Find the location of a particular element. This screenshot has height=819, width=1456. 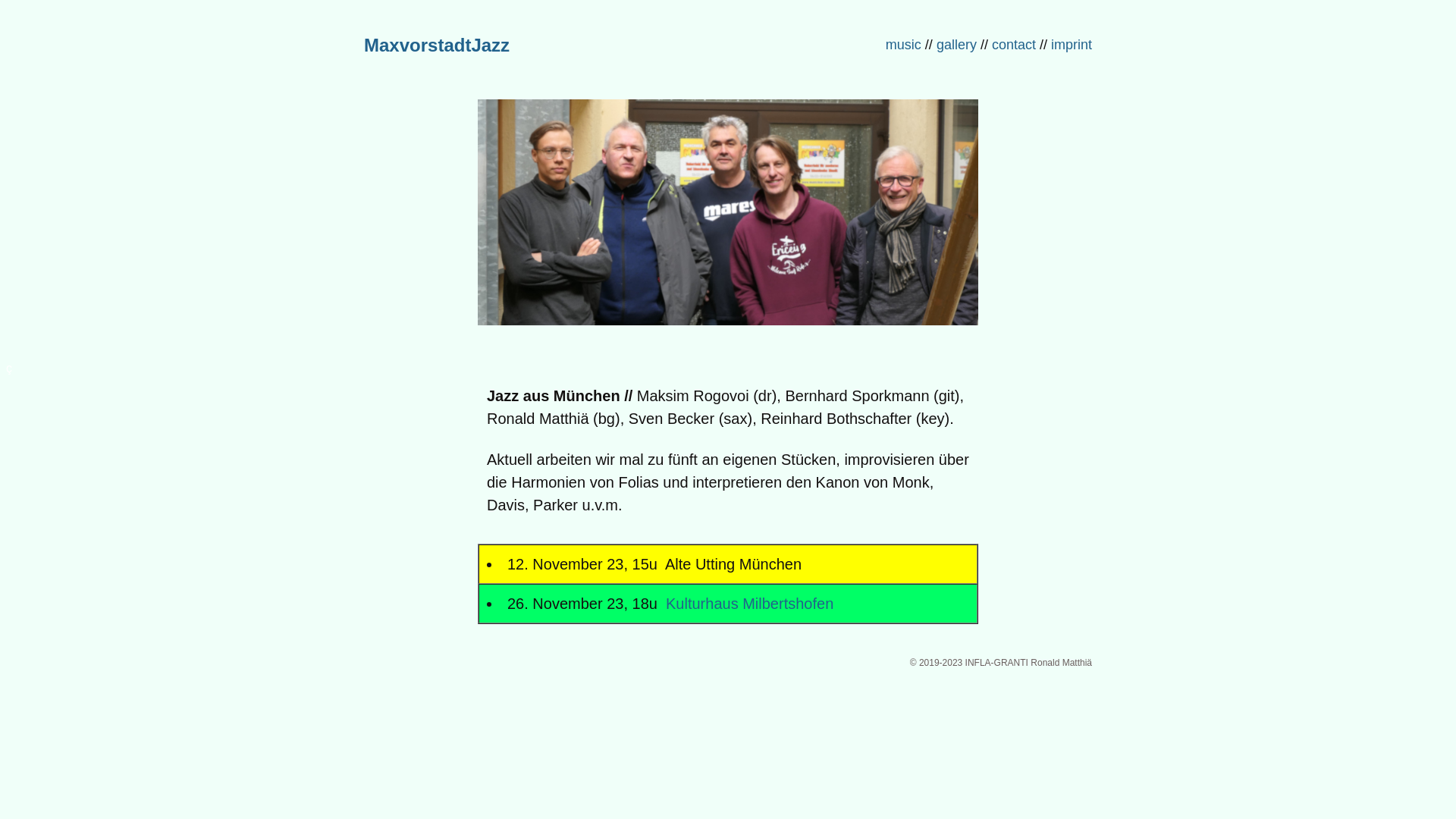

'music' is located at coordinates (903, 43).